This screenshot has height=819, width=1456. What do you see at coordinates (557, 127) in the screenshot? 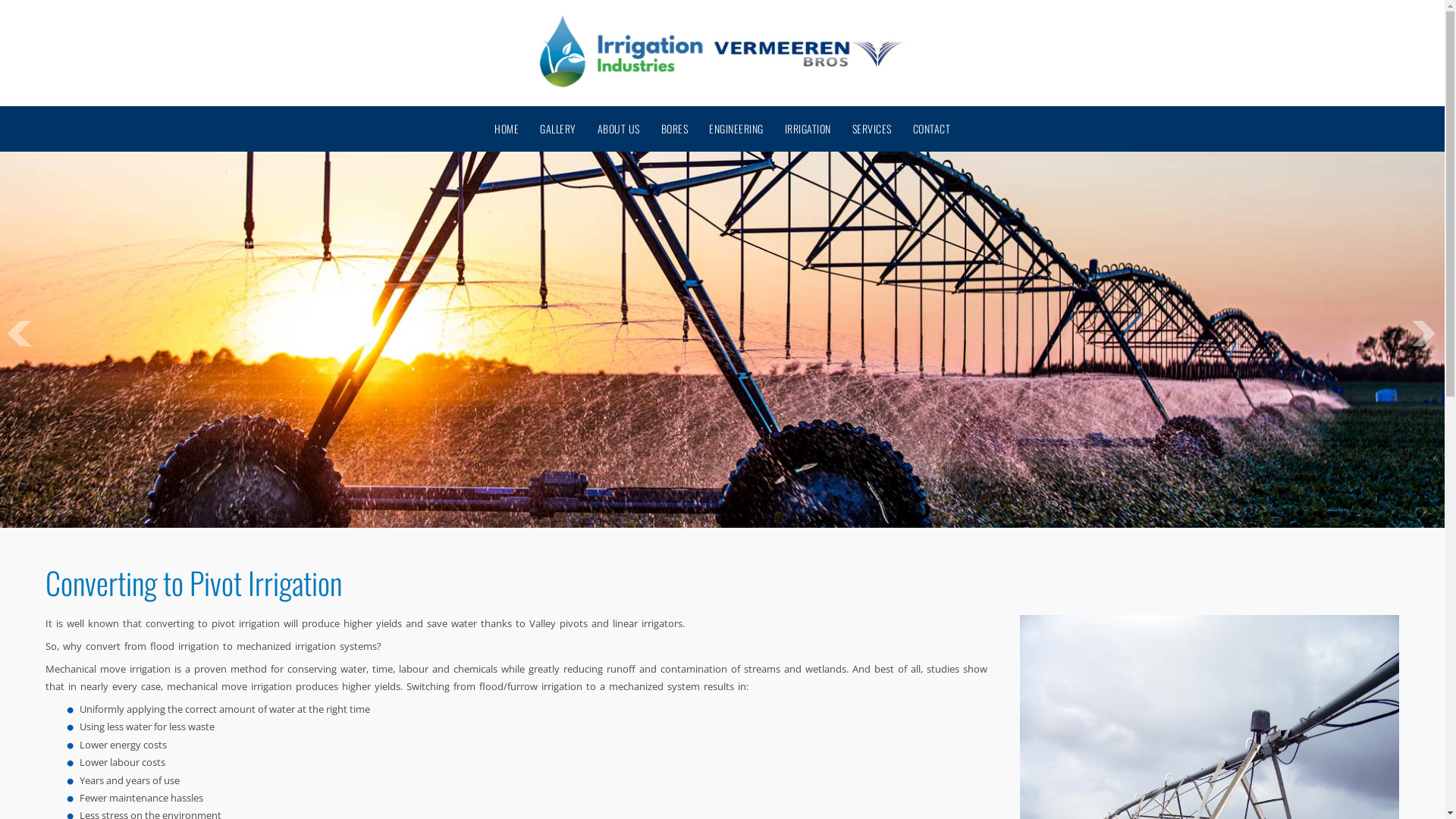
I see `'GALLERY'` at bounding box center [557, 127].